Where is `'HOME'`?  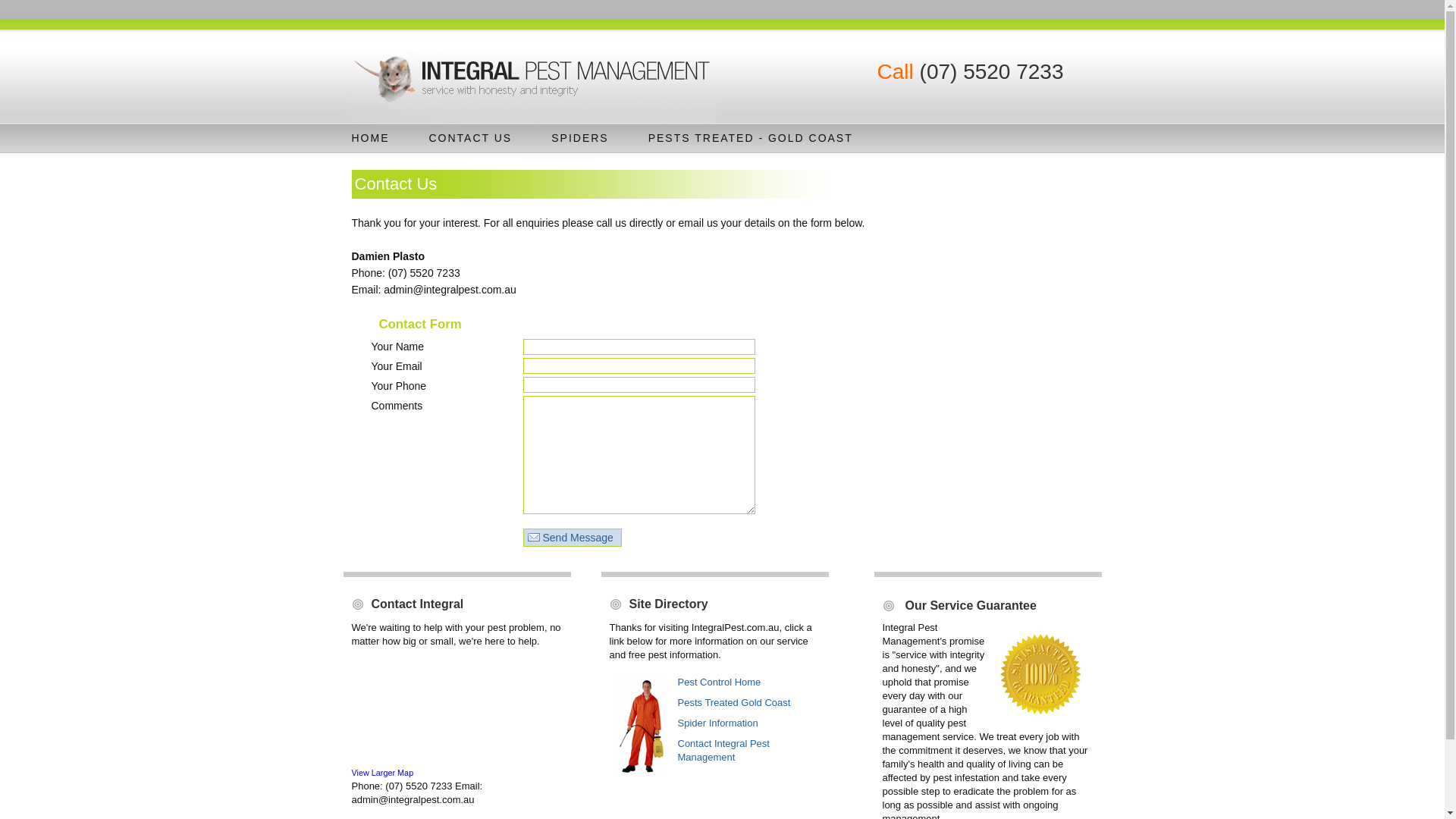 'HOME' is located at coordinates (370, 137).